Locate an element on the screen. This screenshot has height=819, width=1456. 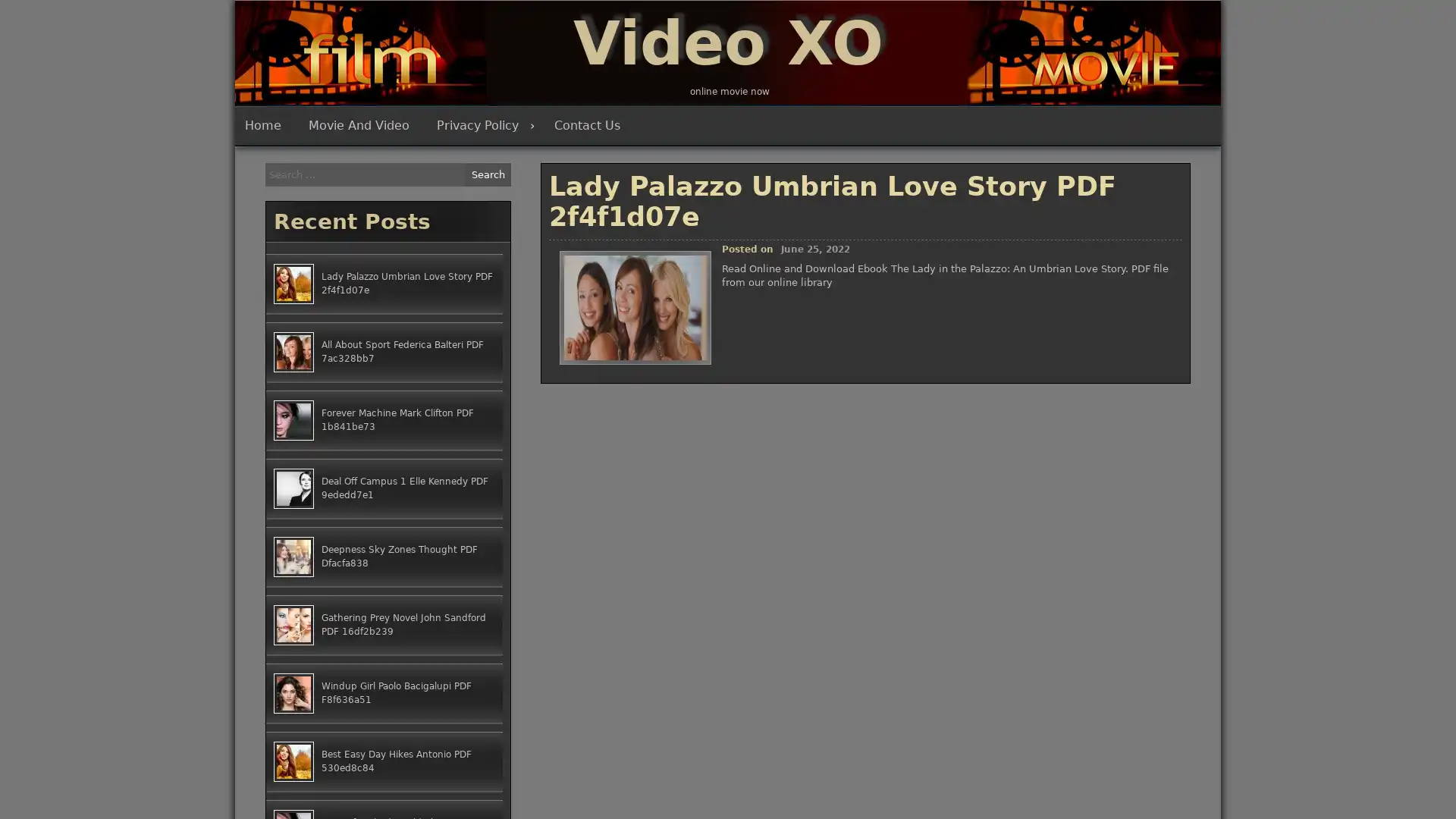
Search is located at coordinates (488, 174).